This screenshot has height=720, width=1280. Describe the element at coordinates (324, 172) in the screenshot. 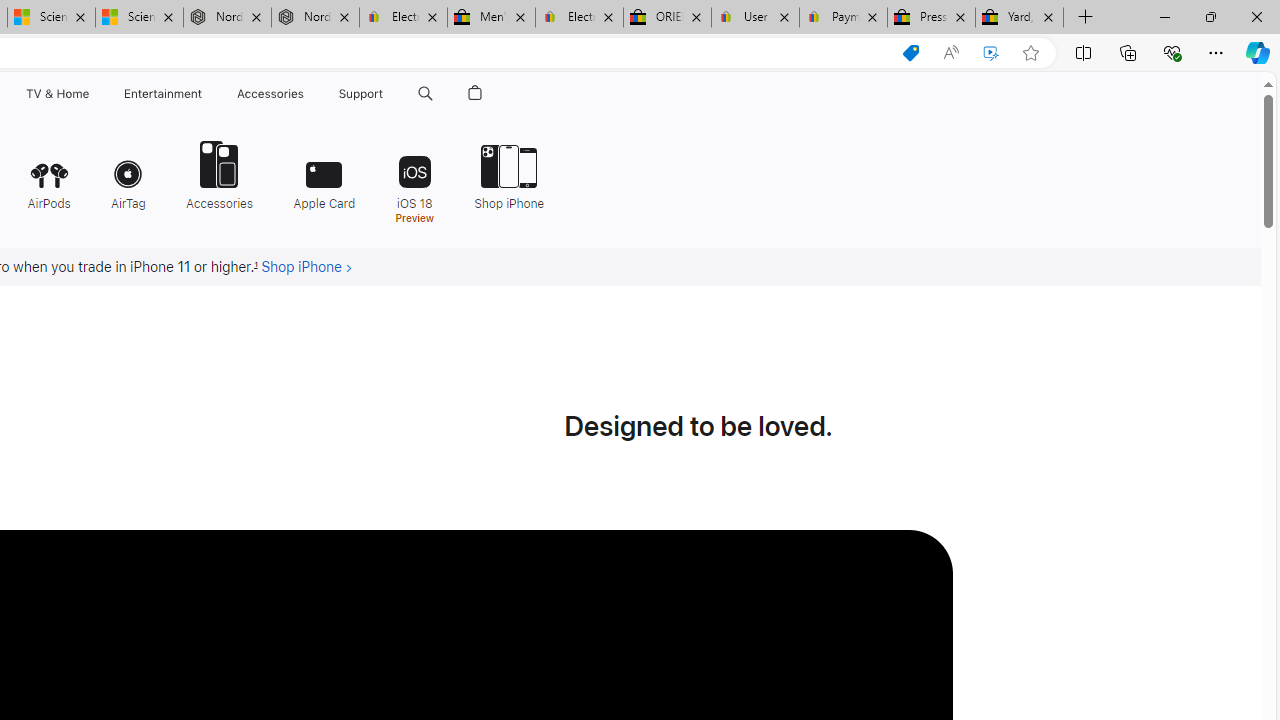

I see `'Apple Card'` at that location.